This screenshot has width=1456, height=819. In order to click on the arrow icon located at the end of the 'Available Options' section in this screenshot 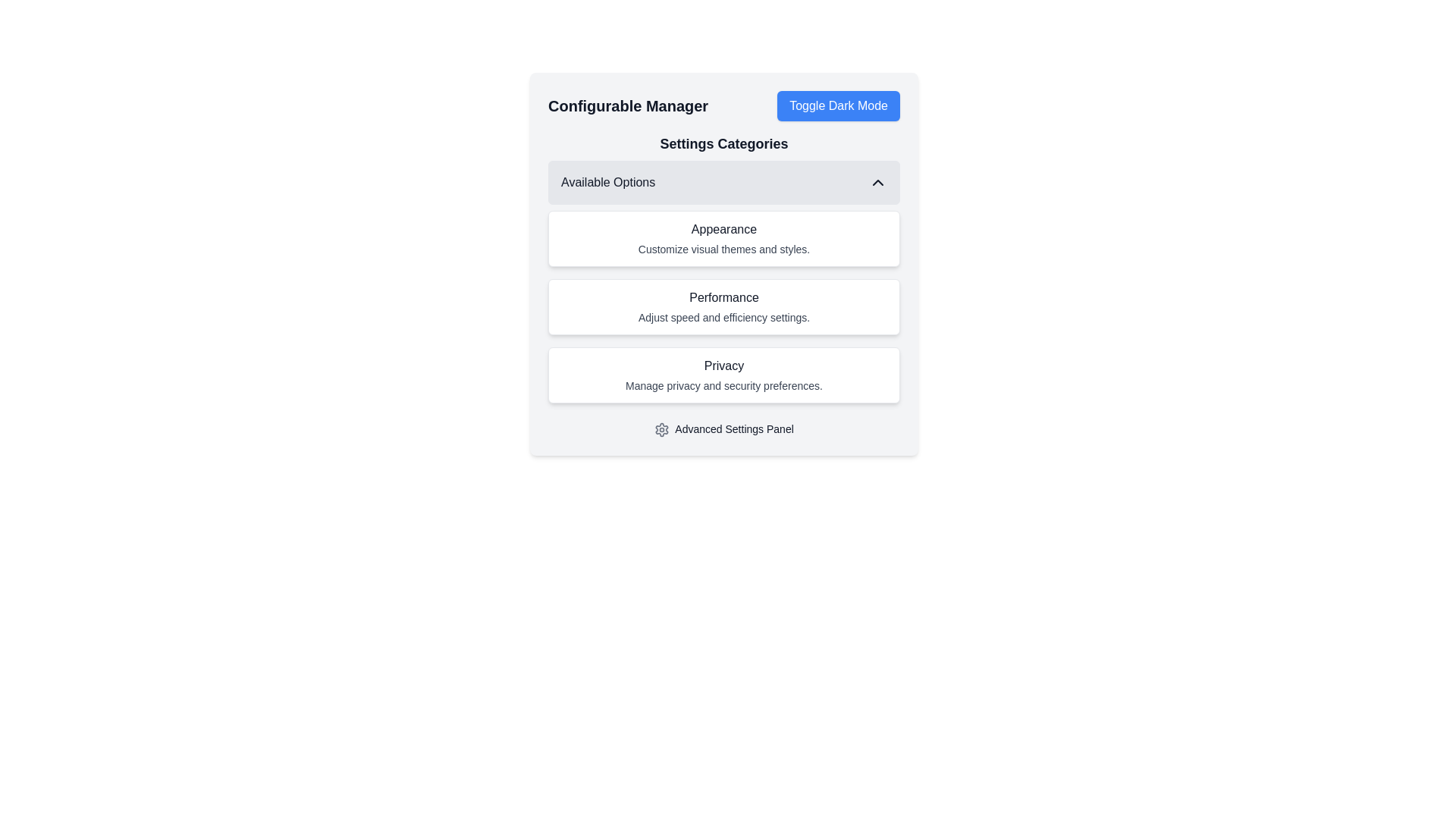, I will do `click(877, 181)`.